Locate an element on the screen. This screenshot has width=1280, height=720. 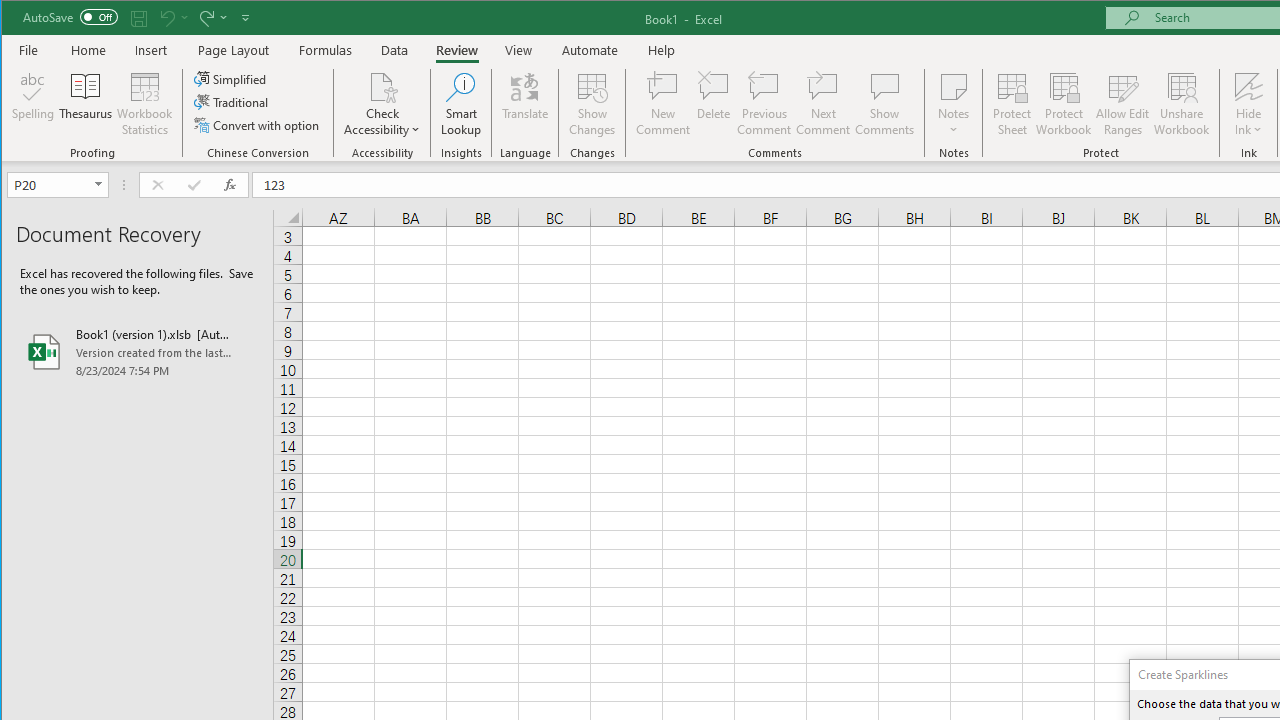
'Unshare Workbook' is located at coordinates (1182, 104).